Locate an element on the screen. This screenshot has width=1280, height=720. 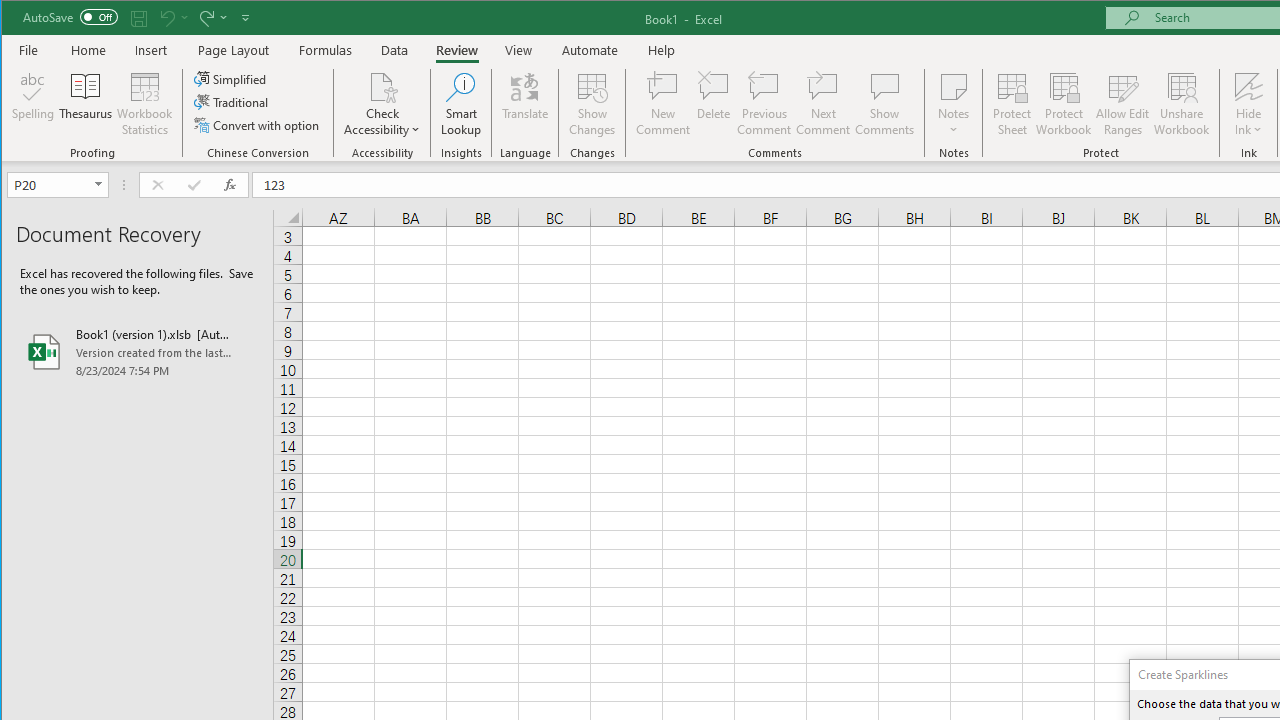
'Unshare Workbook' is located at coordinates (1182, 104).